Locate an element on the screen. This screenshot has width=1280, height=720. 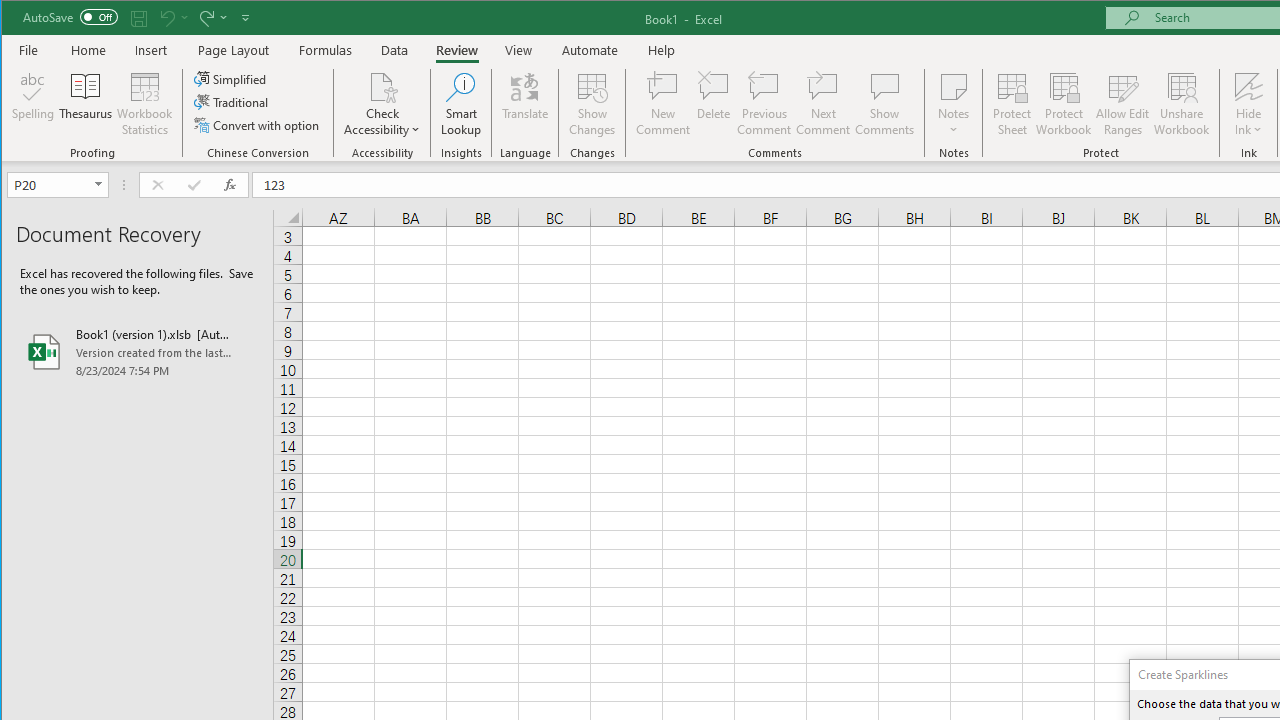
'Unshare Workbook' is located at coordinates (1182, 104).